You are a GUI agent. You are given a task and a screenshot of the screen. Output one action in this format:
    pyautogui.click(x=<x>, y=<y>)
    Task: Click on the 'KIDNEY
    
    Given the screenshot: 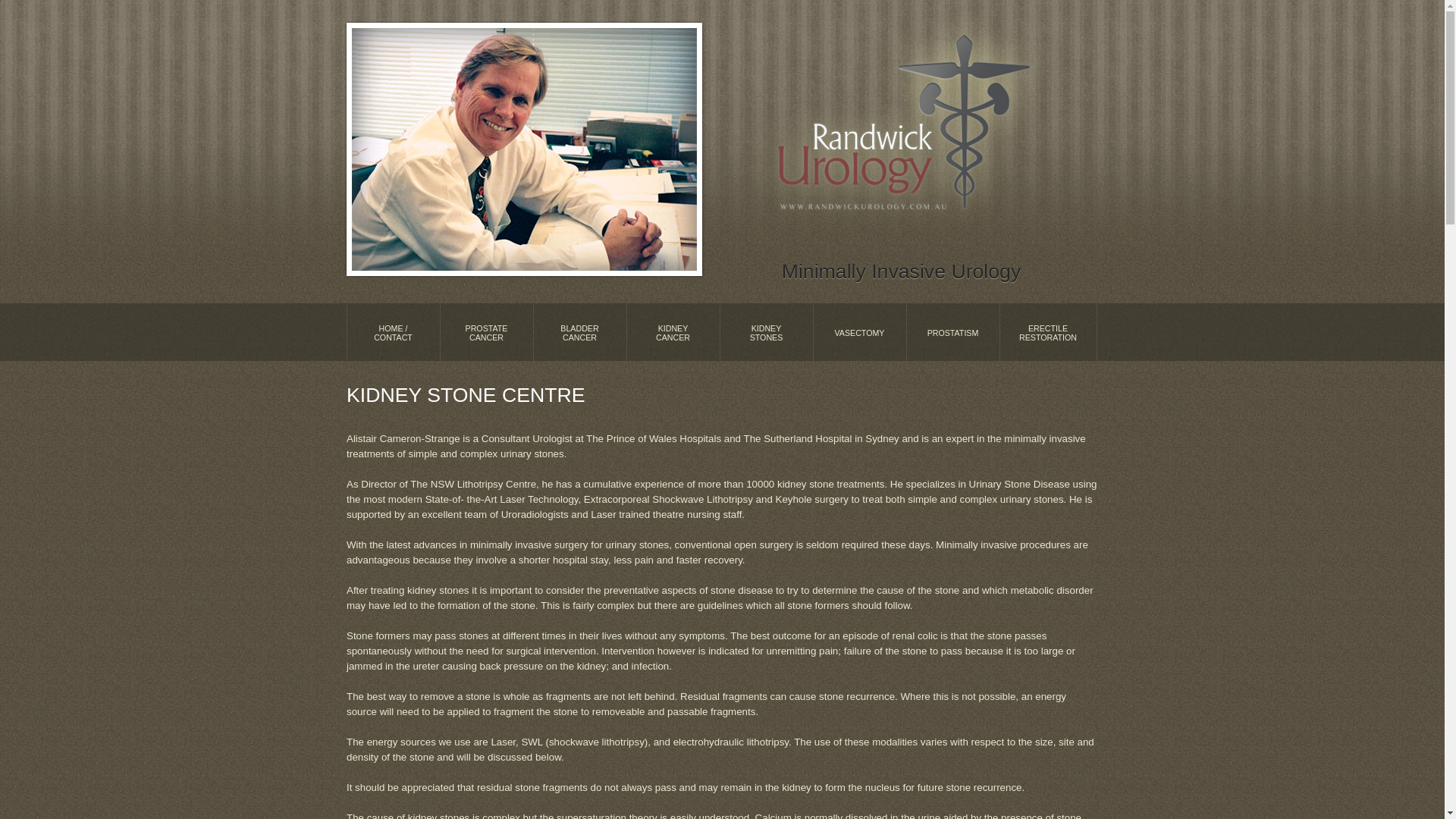 What is the action you would take?
    pyautogui.click(x=766, y=331)
    